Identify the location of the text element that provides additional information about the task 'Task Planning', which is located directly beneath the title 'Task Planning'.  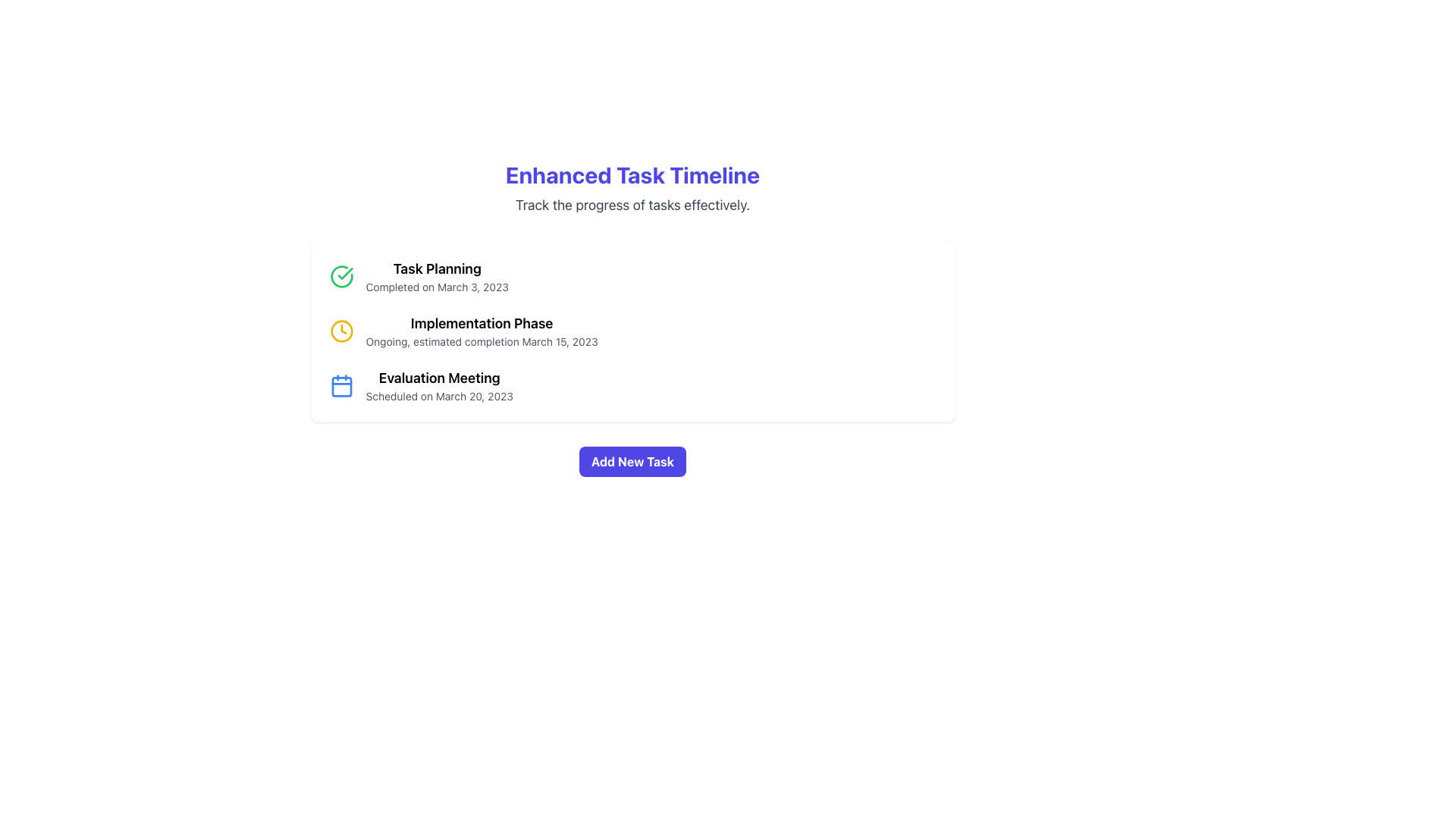
(436, 287).